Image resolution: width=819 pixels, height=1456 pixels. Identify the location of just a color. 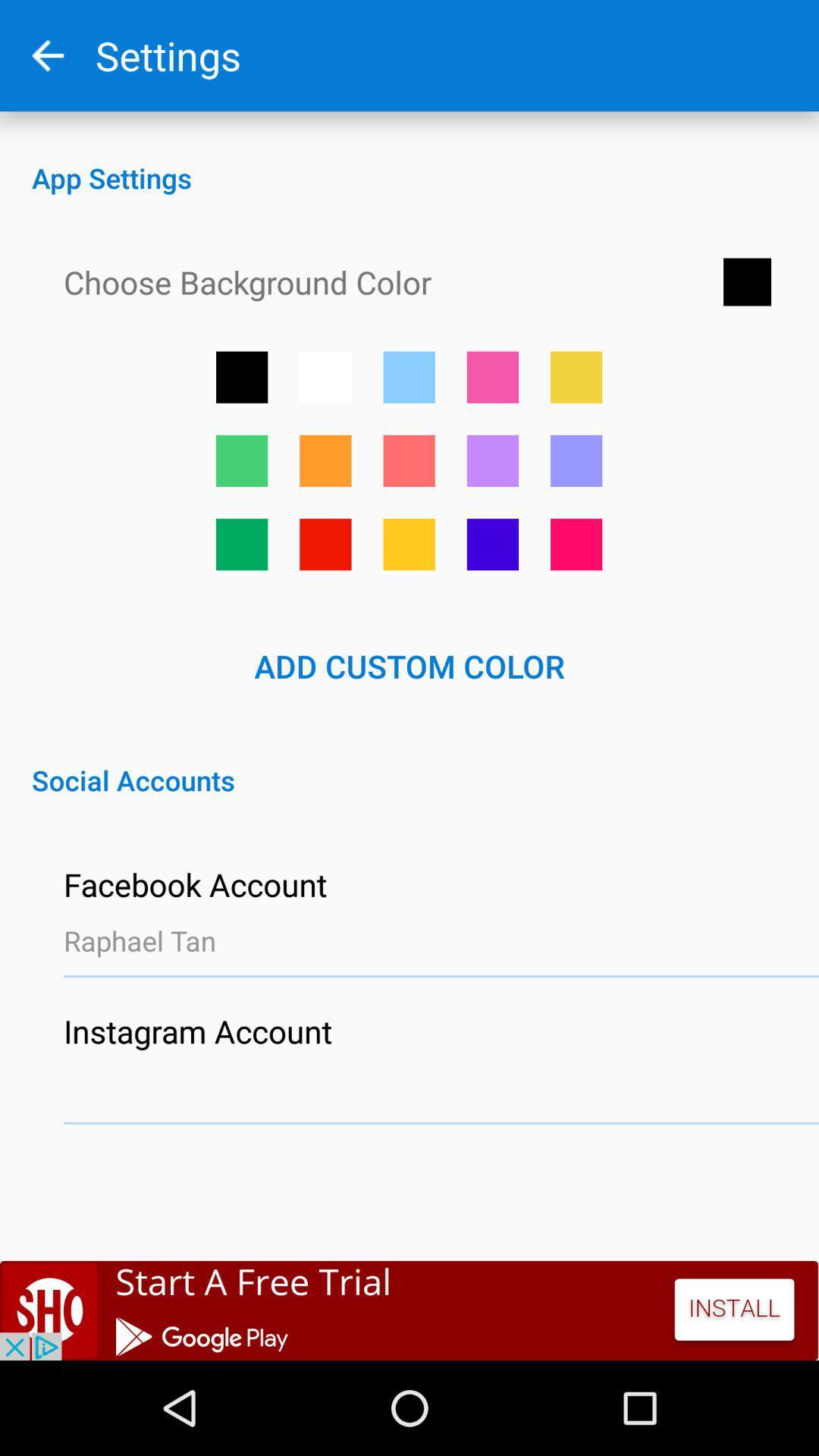
(408, 377).